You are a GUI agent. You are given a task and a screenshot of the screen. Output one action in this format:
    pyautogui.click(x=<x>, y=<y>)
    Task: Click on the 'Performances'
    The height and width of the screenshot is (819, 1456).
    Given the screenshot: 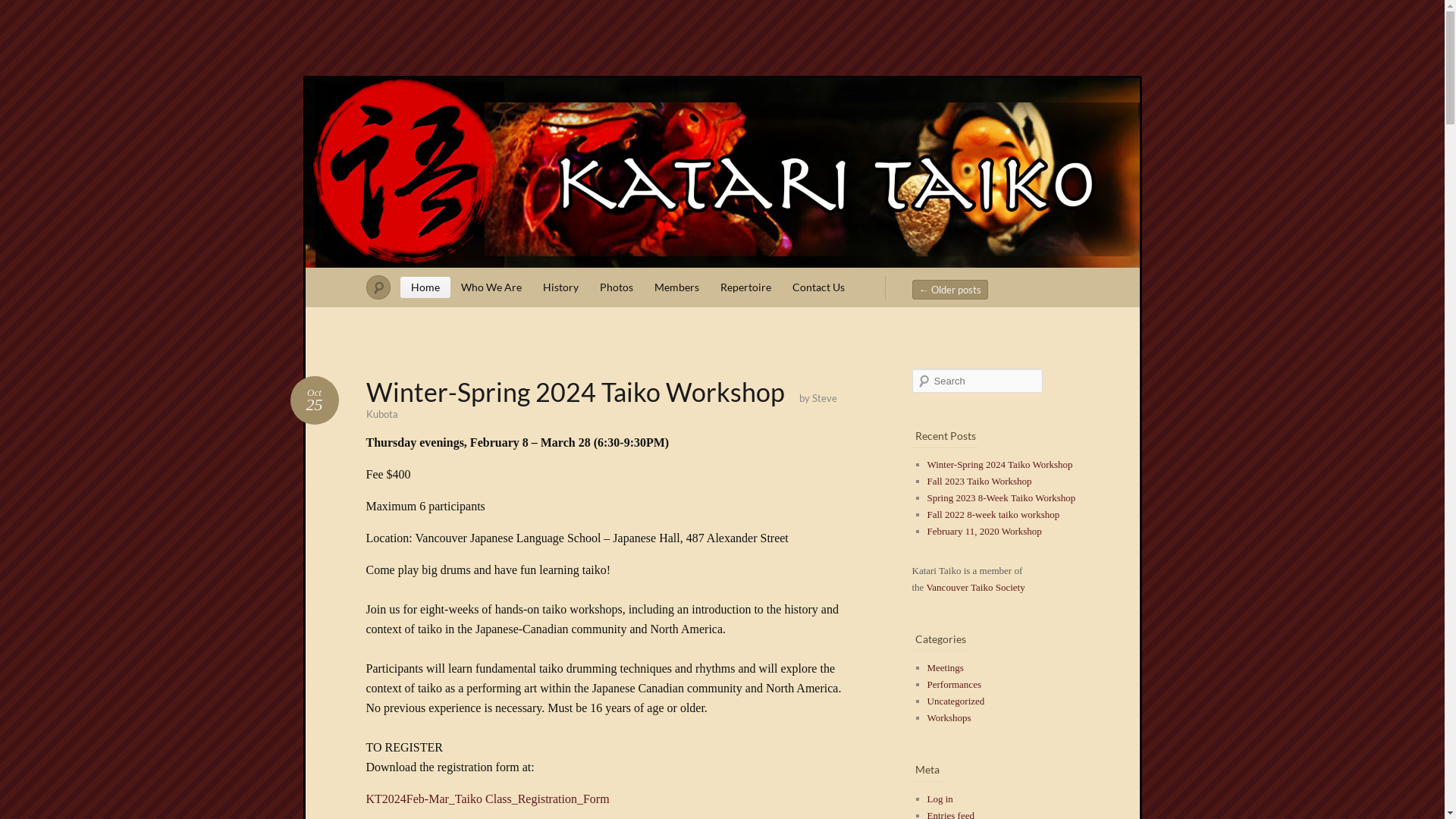 What is the action you would take?
    pyautogui.click(x=952, y=684)
    